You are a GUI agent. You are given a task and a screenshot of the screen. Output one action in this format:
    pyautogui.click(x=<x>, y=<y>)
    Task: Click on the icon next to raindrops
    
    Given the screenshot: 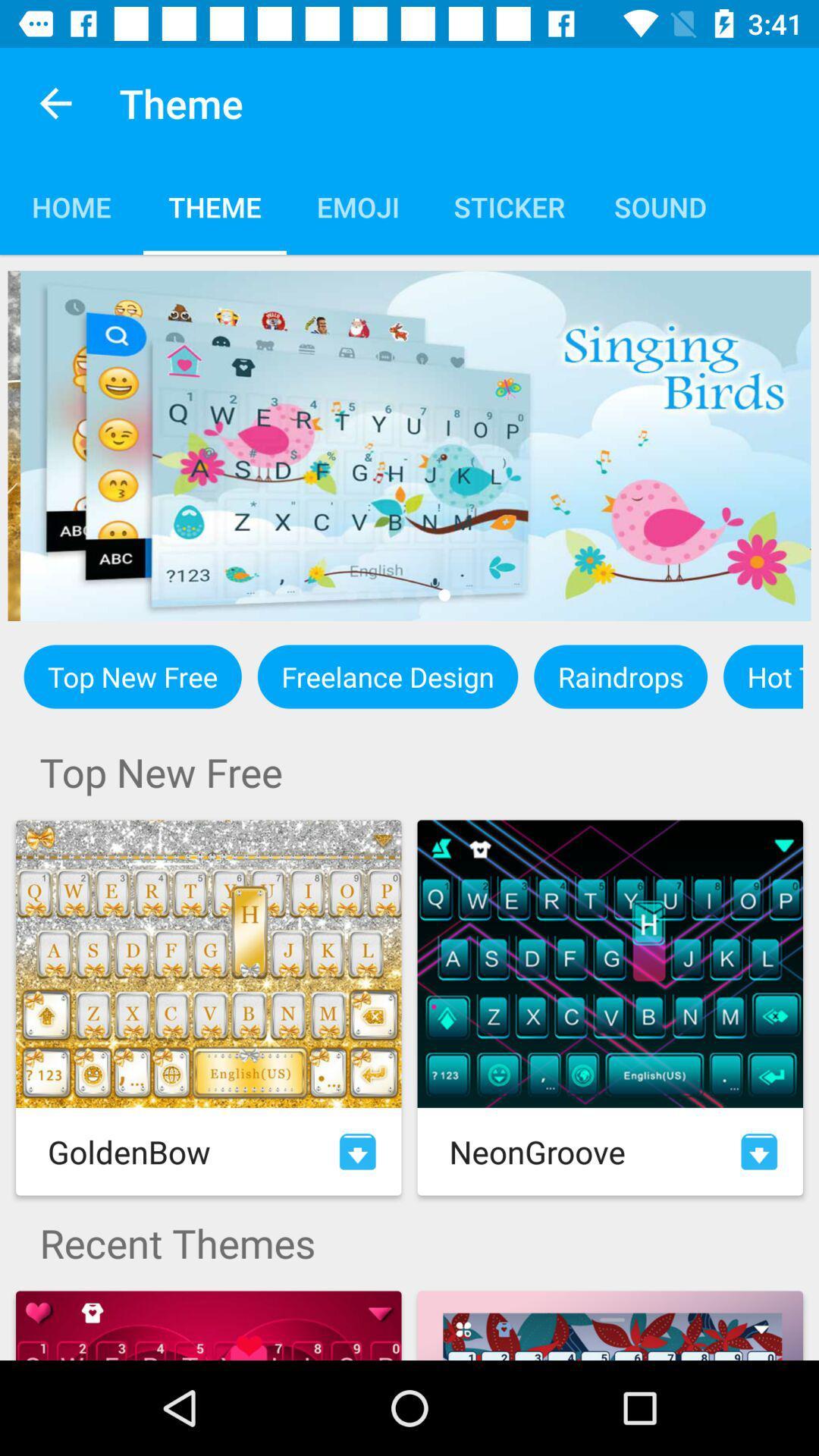 What is the action you would take?
    pyautogui.click(x=387, y=676)
    